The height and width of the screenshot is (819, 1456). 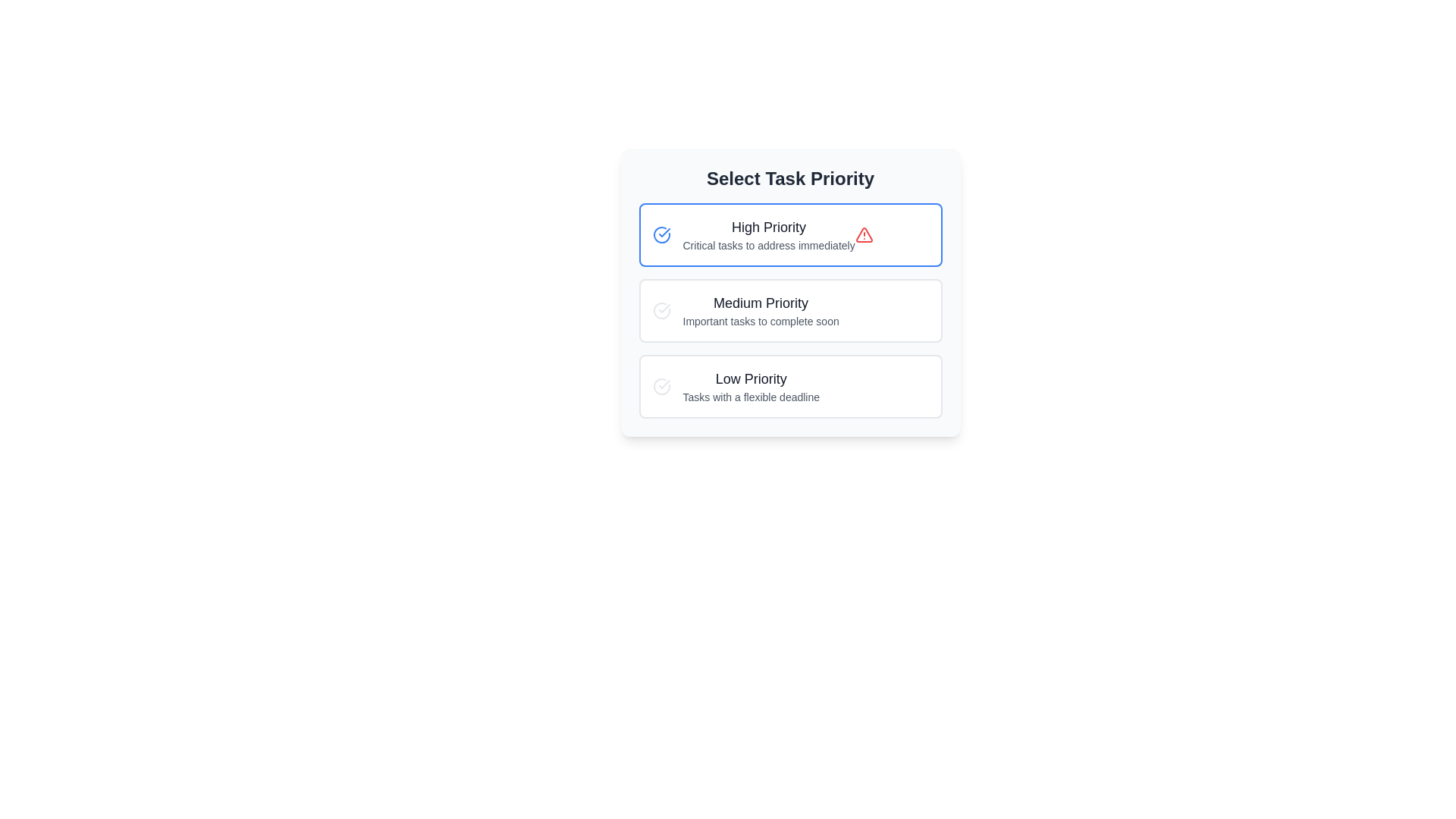 What do you see at coordinates (789, 309) in the screenshot?
I see `the 'Medium Priority' task element located in the 'Select Task Priority' group` at bounding box center [789, 309].